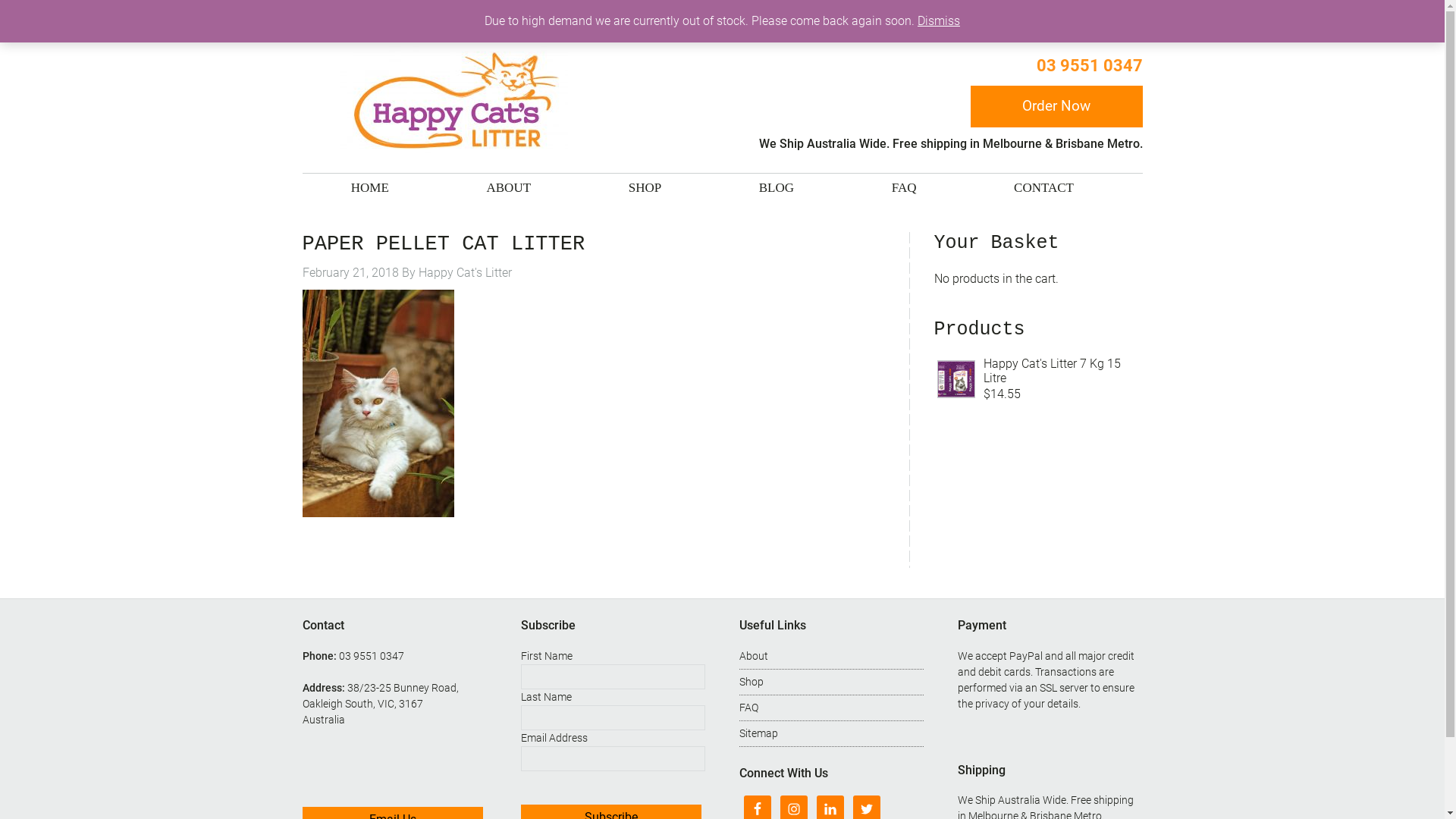 The width and height of the screenshot is (1456, 819). What do you see at coordinates (0, 0) in the screenshot?
I see `'Skip to primary navigation'` at bounding box center [0, 0].